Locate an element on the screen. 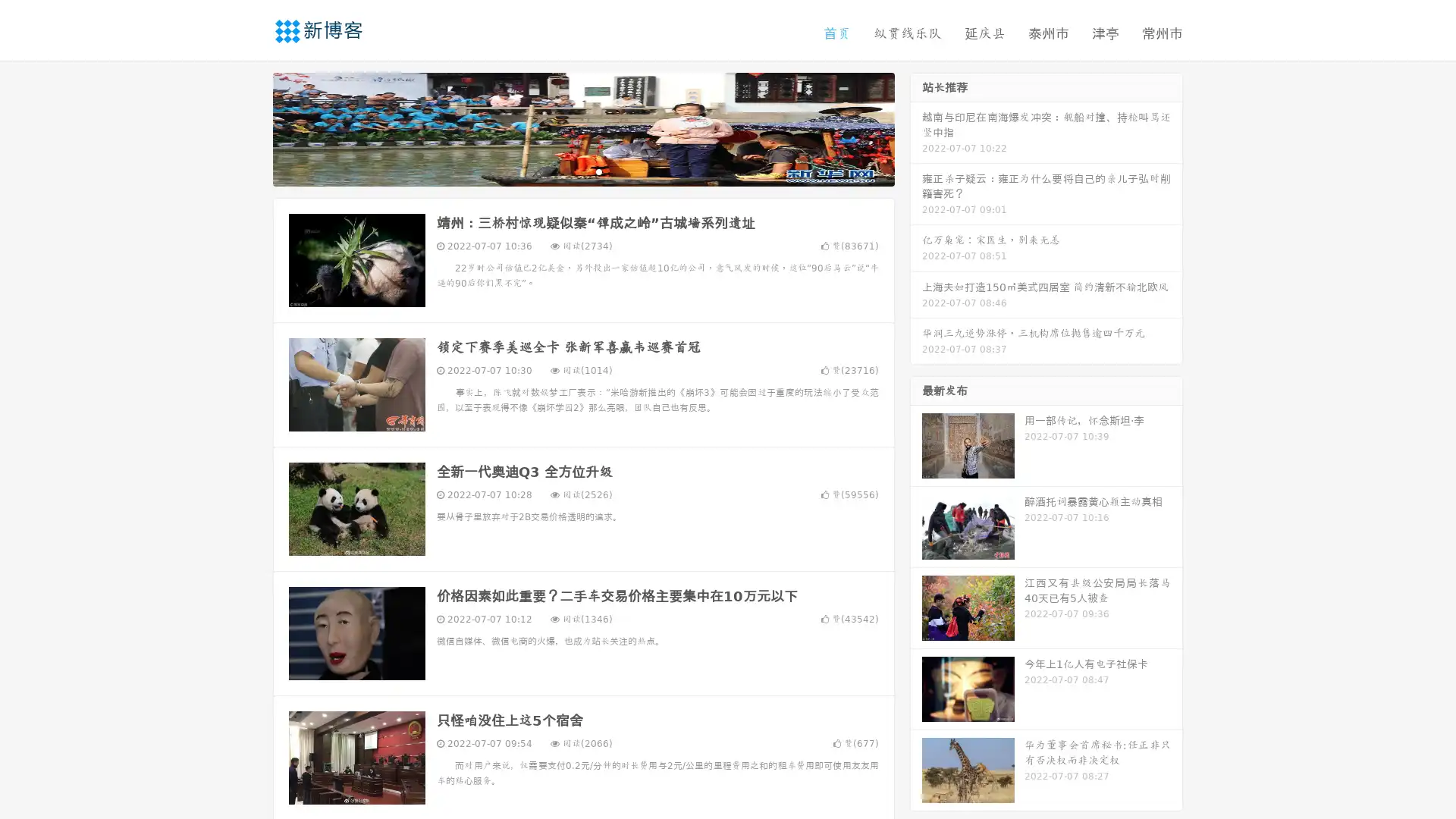 This screenshot has width=1456, height=819. Go to slide 1 is located at coordinates (567, 171).